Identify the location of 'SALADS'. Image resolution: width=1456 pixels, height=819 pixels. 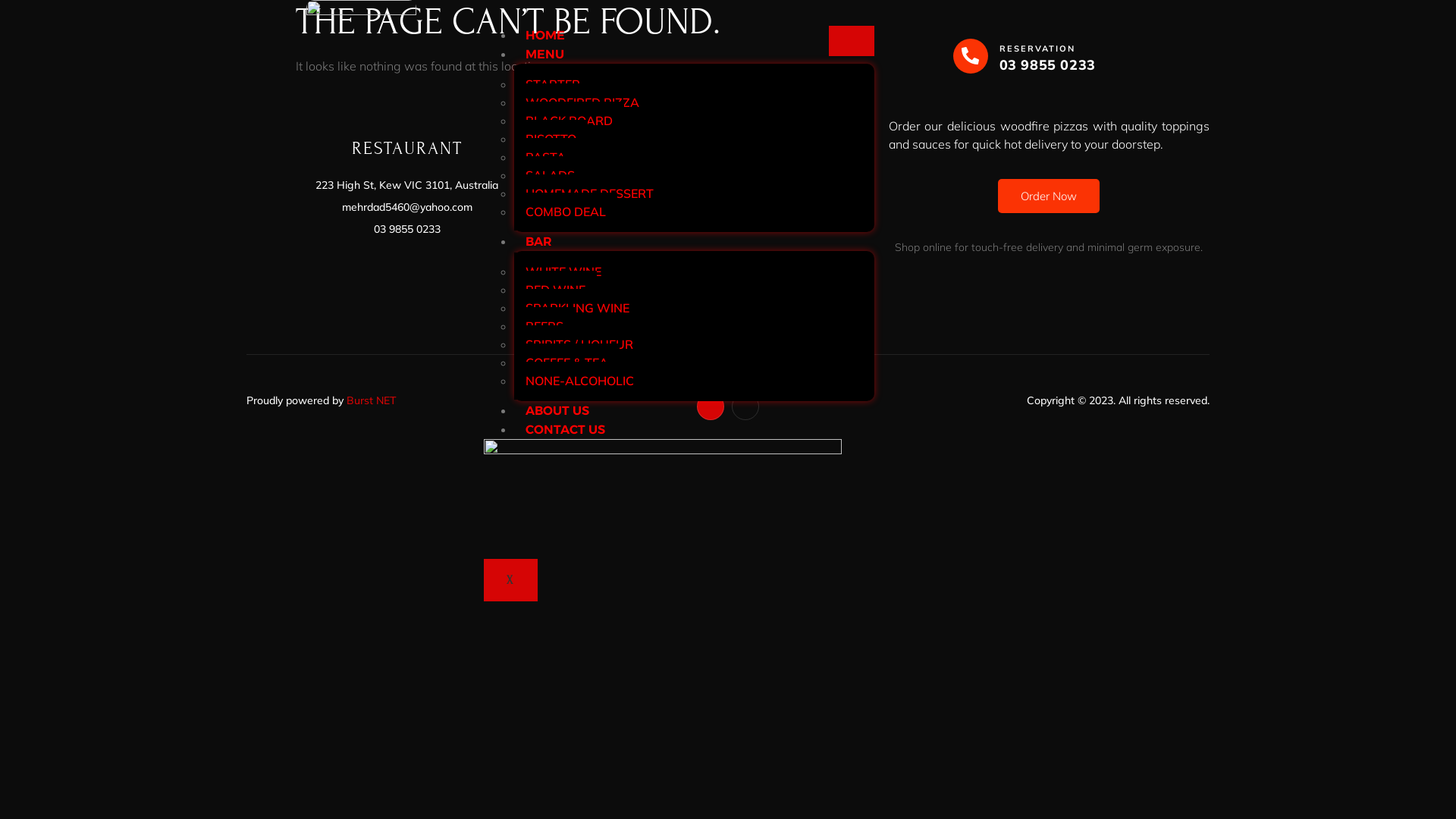
(549, 174).